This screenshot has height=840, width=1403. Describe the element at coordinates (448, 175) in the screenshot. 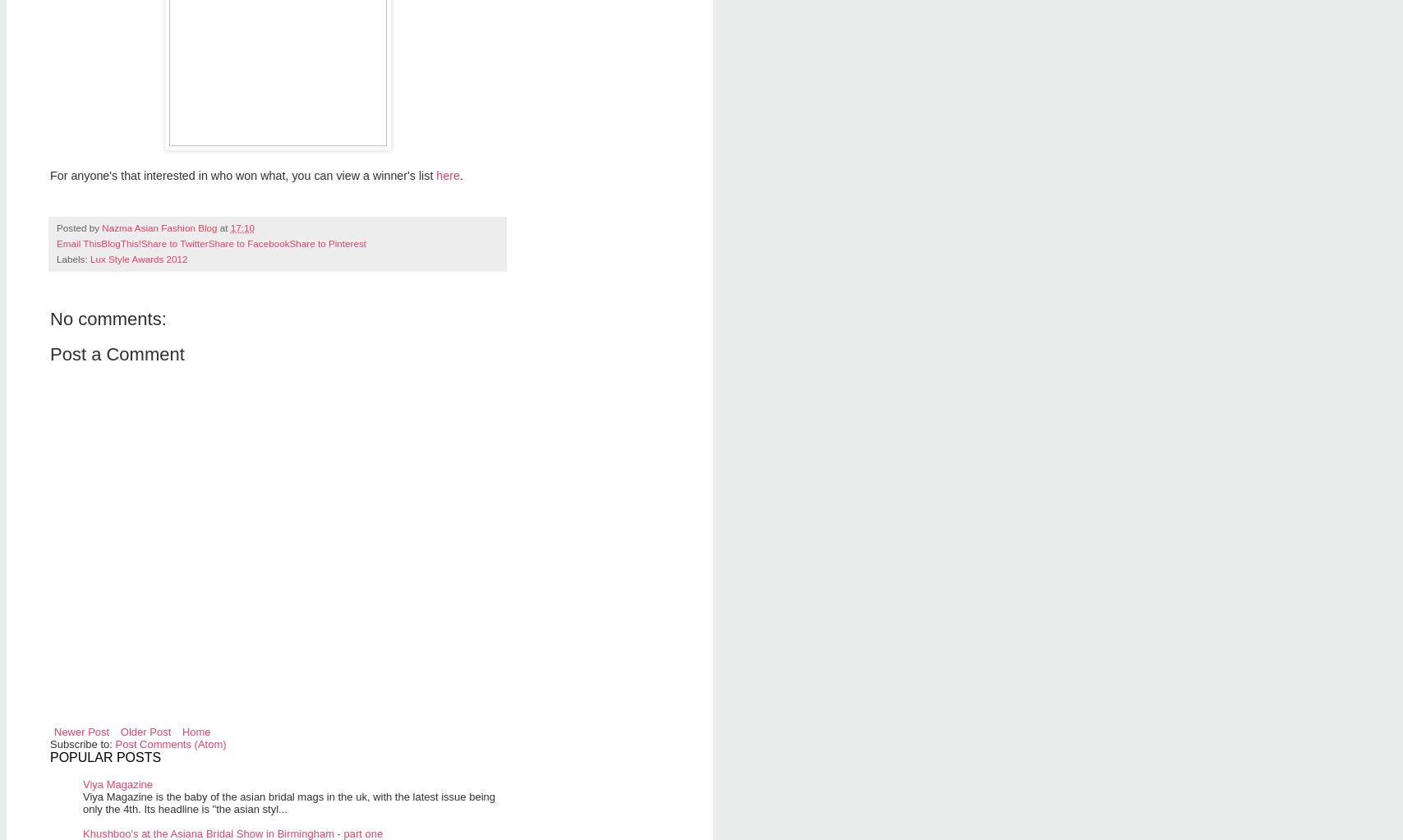

I see `'here'` at that location.